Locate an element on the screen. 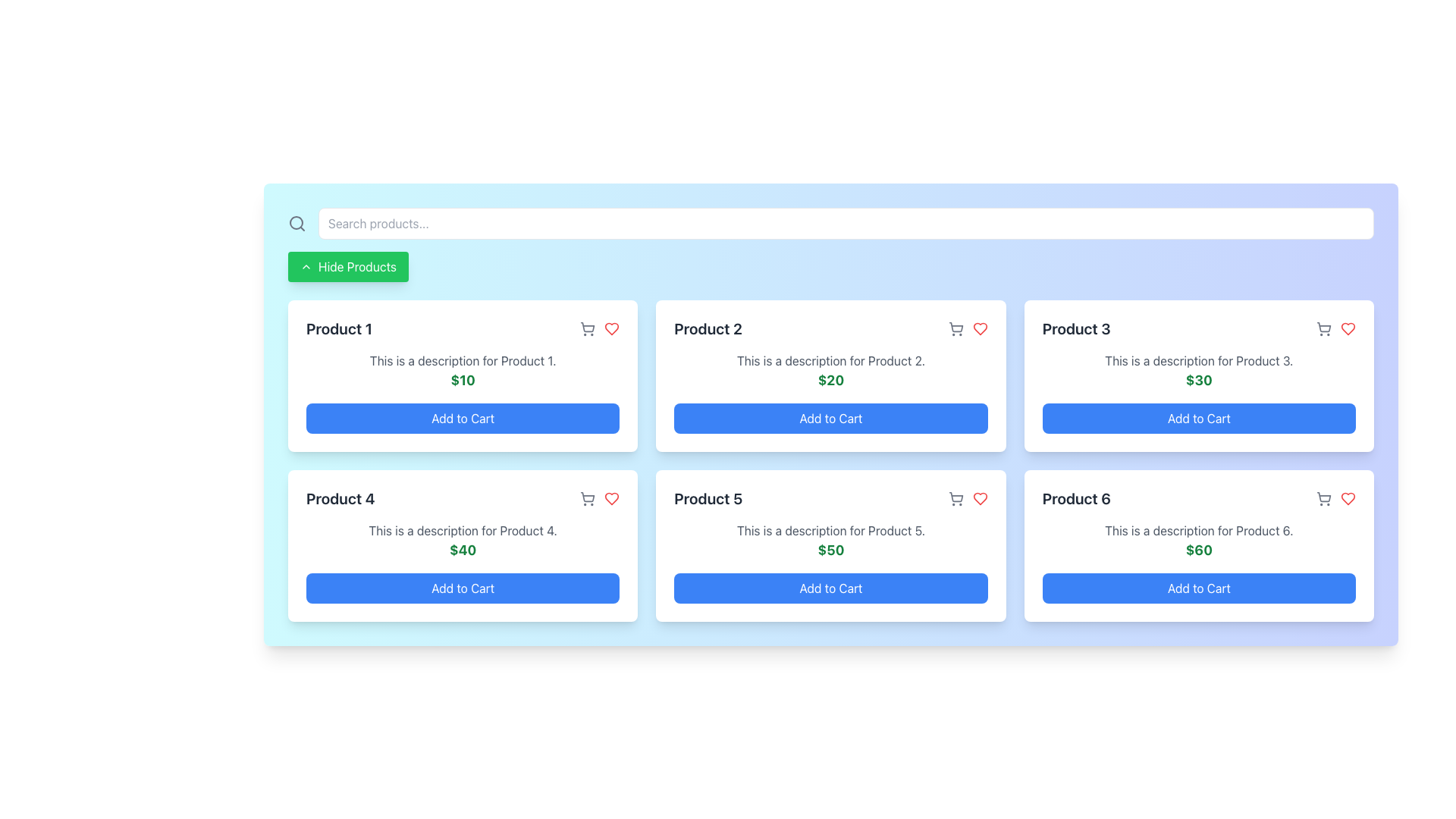 The height and width of the screenshot is (819, 1456). the text label providing additional details for 'Product 3', located below the product title and above the price and 'Add to Cart' button is located at coordinates (1198, 360).